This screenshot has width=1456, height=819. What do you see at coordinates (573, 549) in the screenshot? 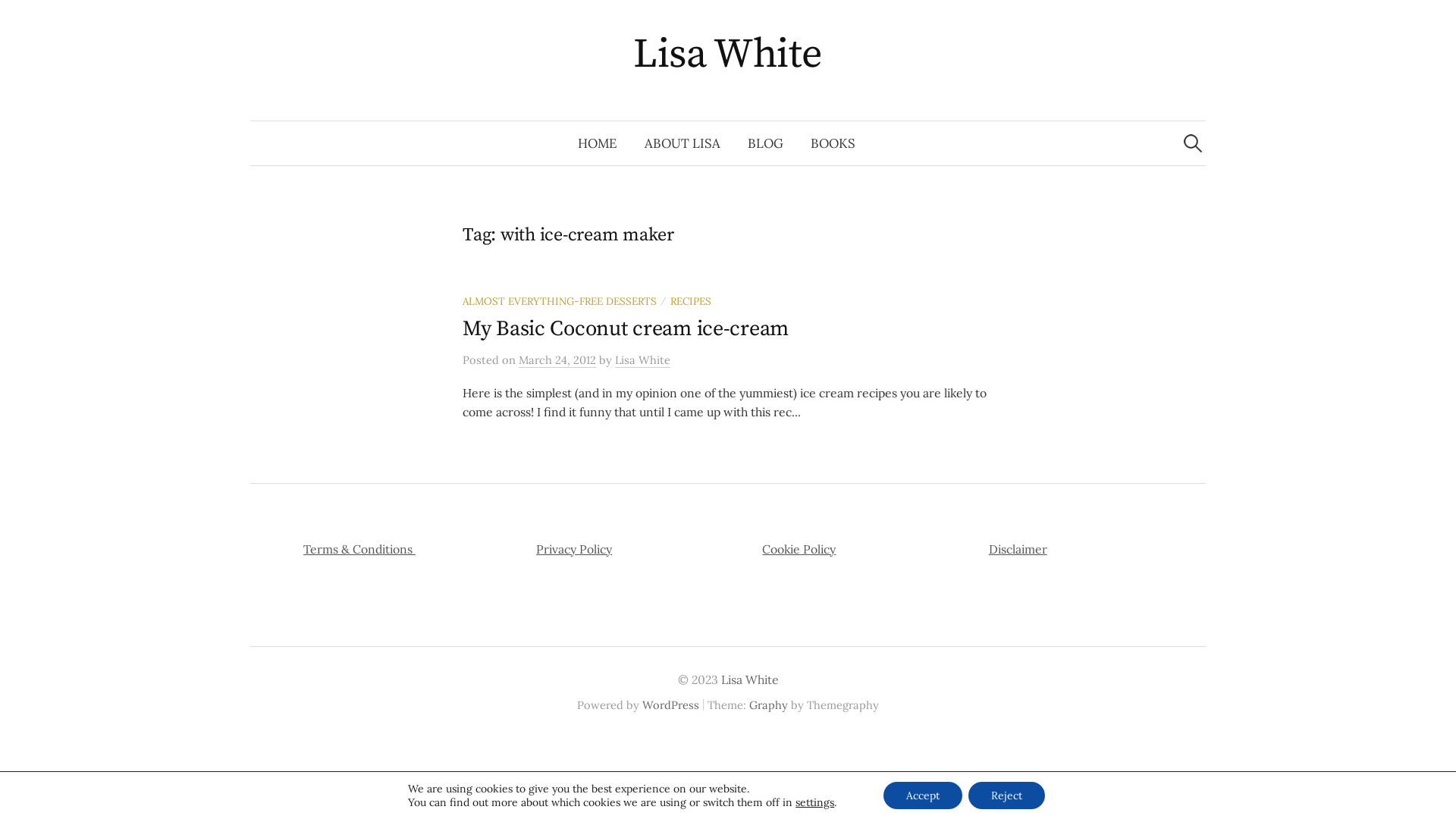
I see `'Privacy Policy'` at bounding box center [573, 549].